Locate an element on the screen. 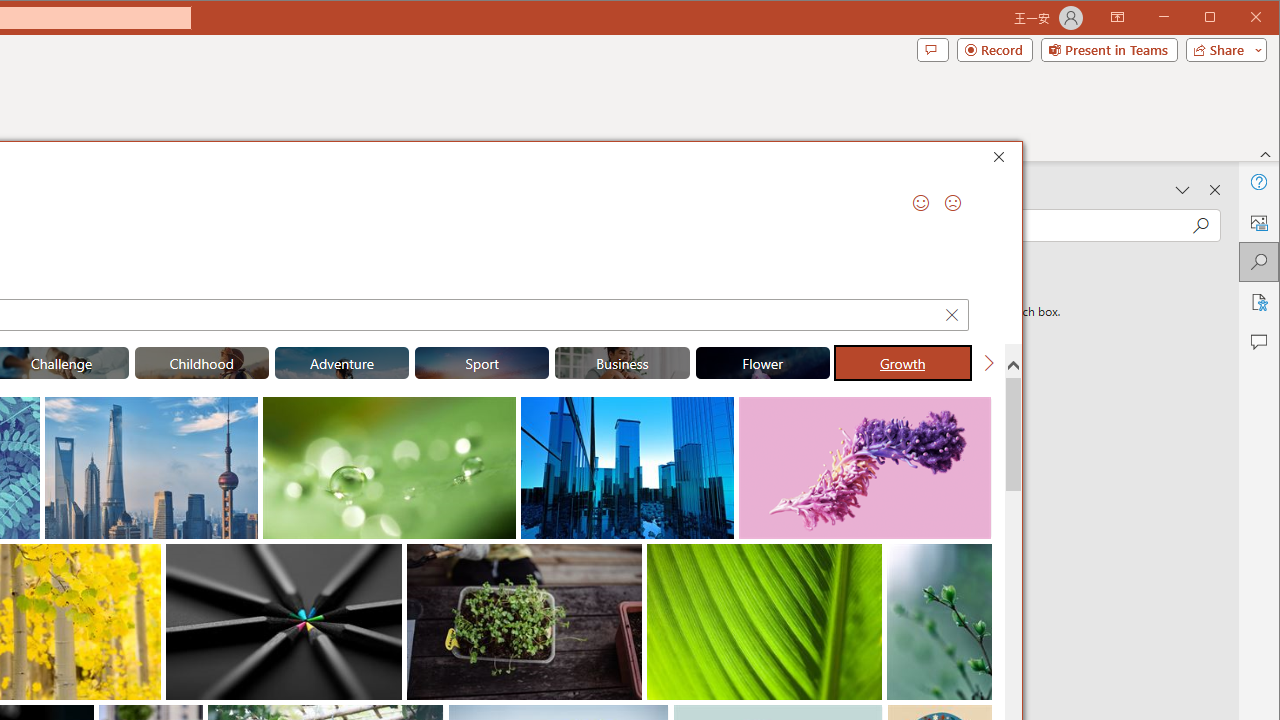 The height and width of the screenshot is (720, 1280). '"Business" Stock Images.' is located at coordinates (621, 362).